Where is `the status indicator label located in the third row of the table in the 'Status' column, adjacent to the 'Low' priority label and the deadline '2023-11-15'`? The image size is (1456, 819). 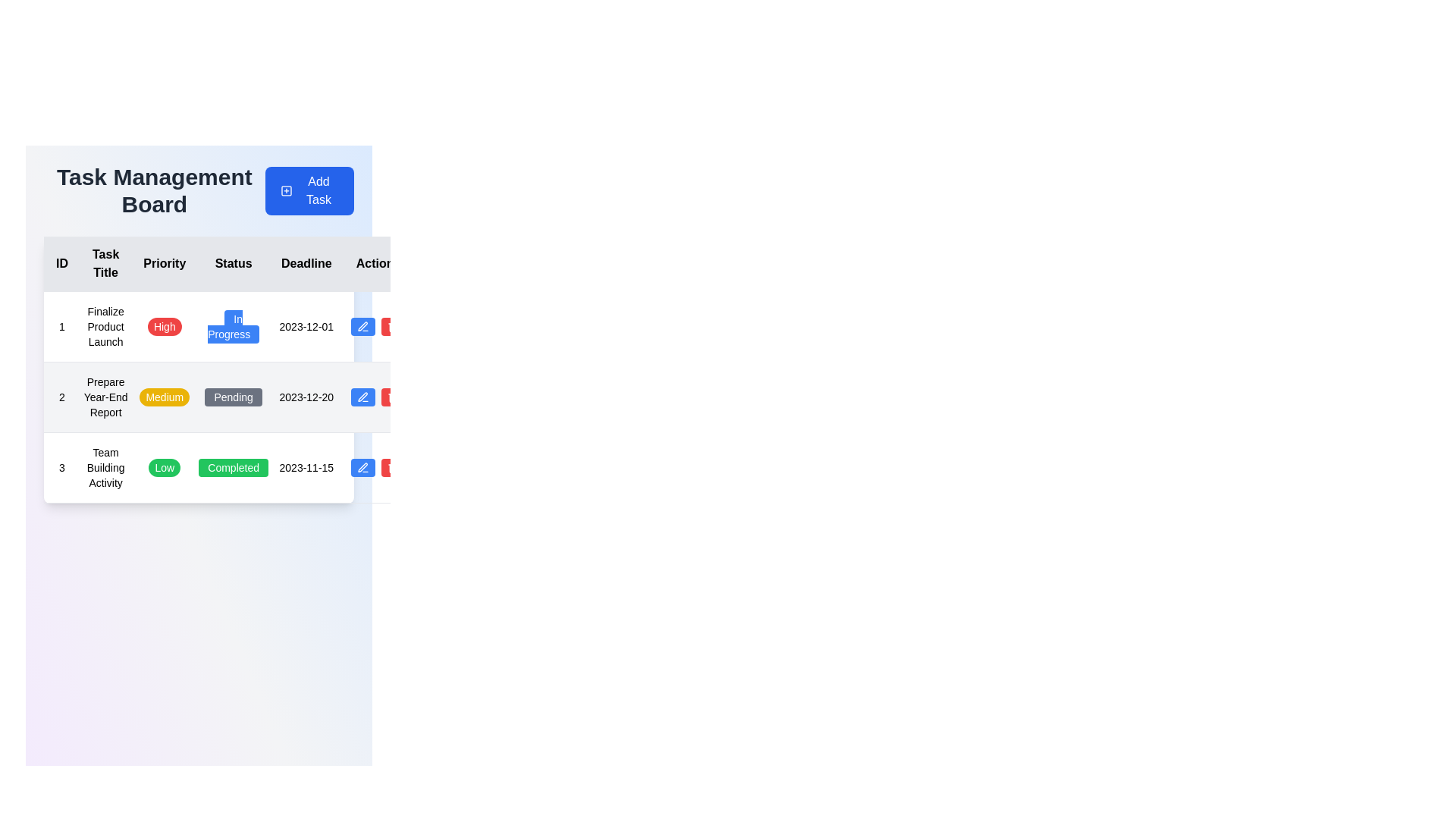 the status indicator label located in the third row of the table in the 'Status' column, adjacent to the 'Low' priority label and the deadline '2023-11-15' is located at coordinates (233, 467).